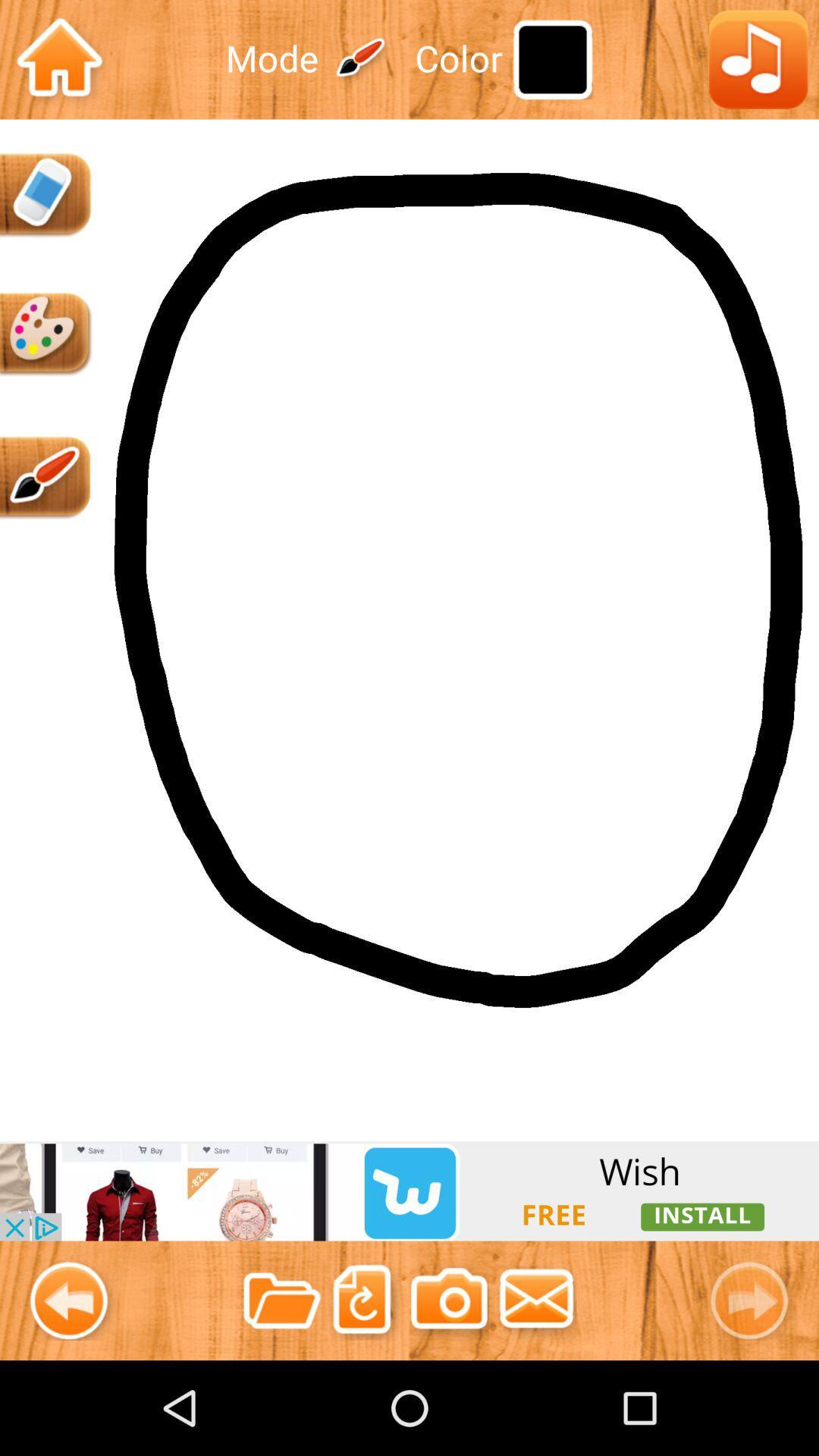 The width and height of the screenshot is (819, 1456). Describe the element at coordinates (46, 477) in the screenshot. I see `draw` at that location.